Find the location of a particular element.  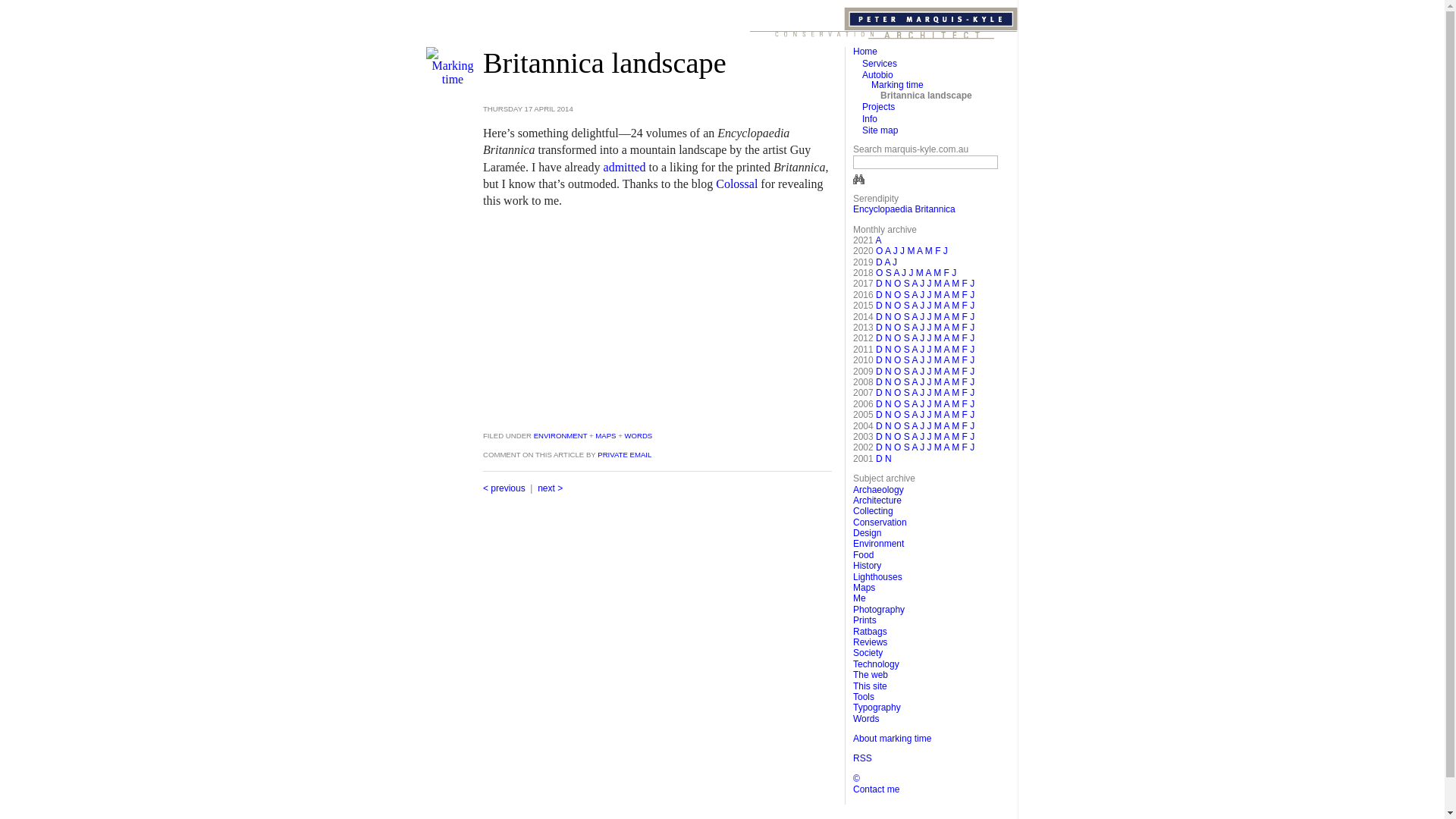

'The web' is located at coordinates (852, 674).